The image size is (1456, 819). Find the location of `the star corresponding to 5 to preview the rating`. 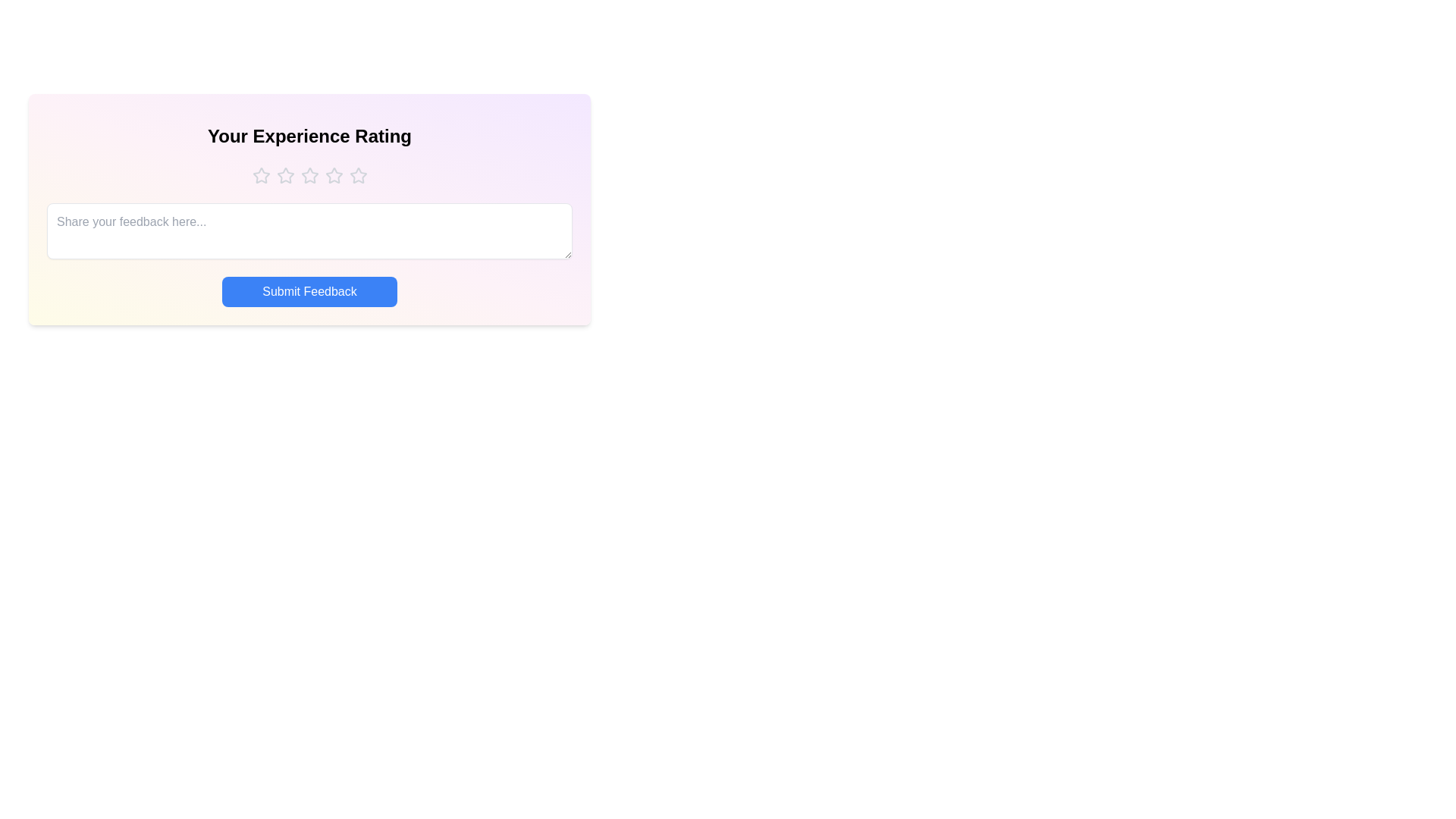

the star corresponding to 5 to preview the rating is located at coordinates (357, 174).